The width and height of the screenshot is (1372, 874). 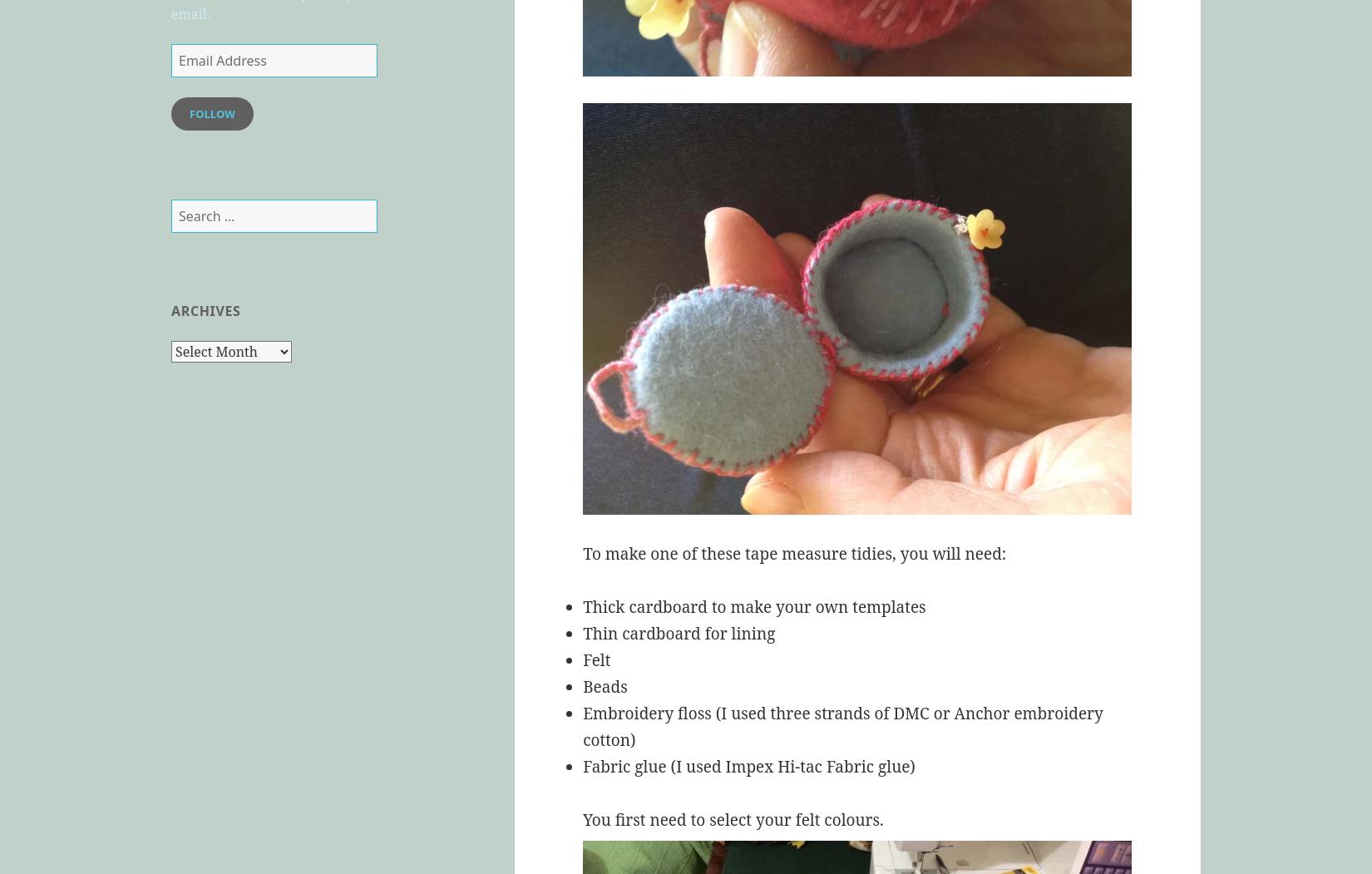 I want to click on 'Archives', so click(x=170, y=310).